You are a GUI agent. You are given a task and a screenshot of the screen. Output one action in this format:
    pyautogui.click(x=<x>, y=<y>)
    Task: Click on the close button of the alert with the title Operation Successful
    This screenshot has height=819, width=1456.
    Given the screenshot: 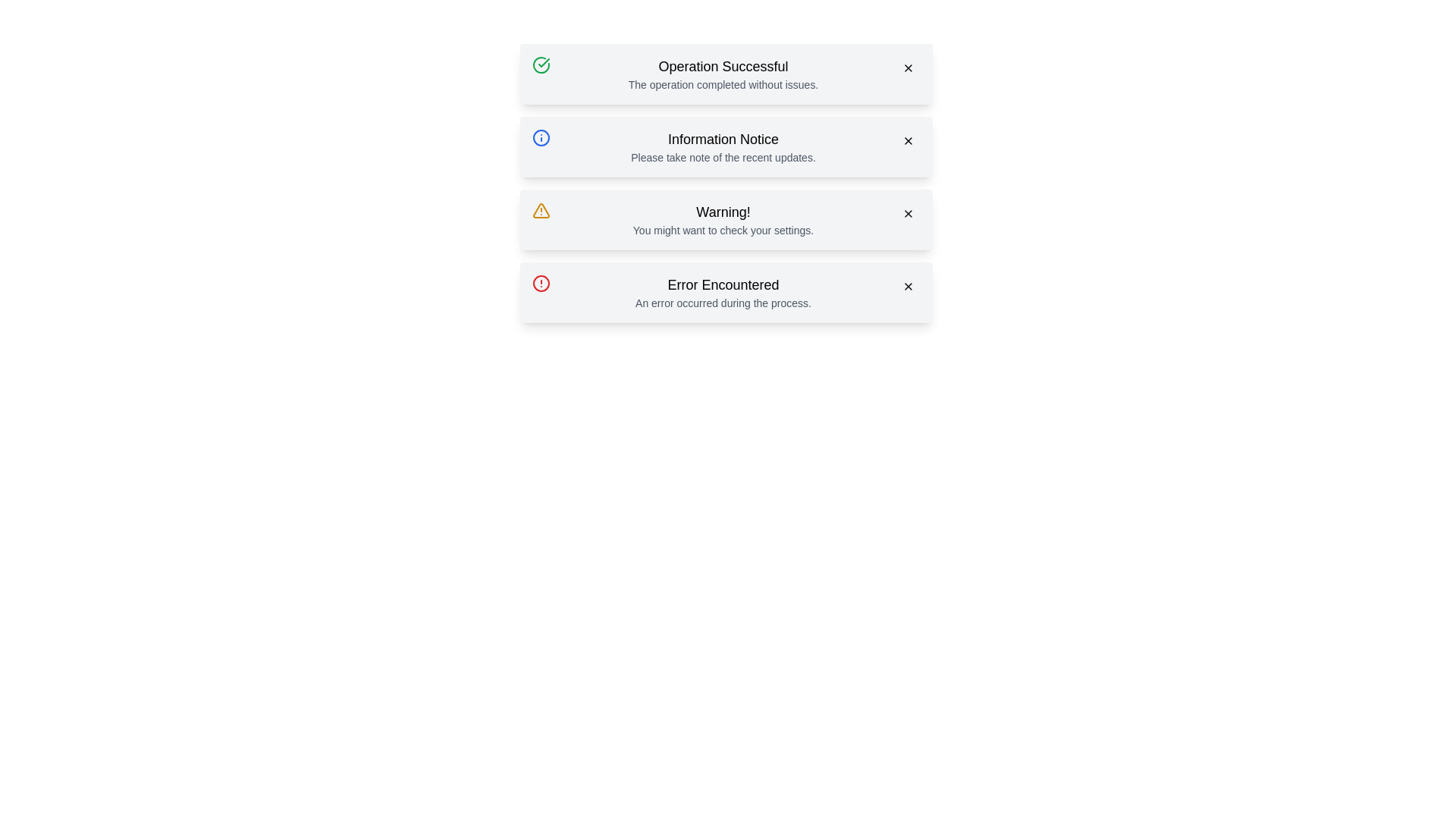 What is the action you would take?
    pyautogui.click(x=908, y=67)
    